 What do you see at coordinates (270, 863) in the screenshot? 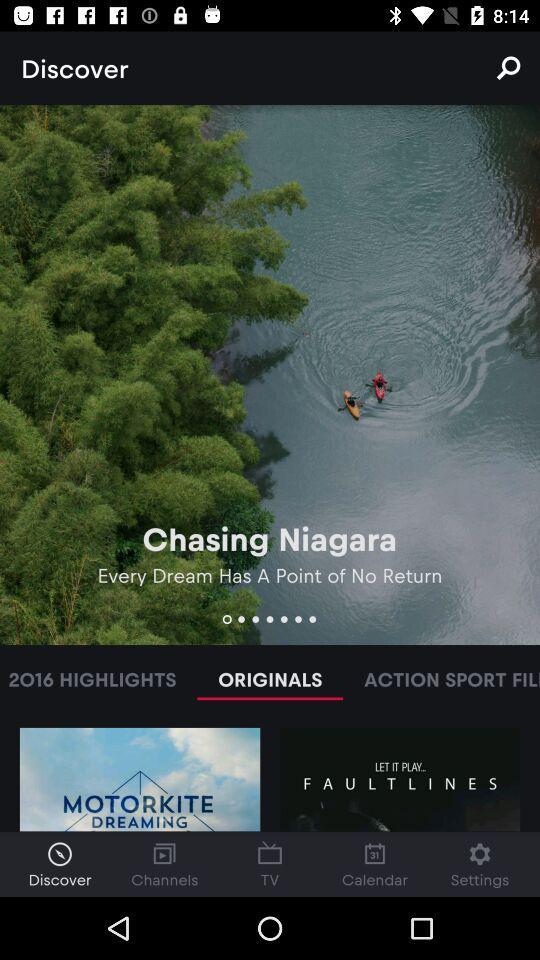
I see `the date_range icon` at bounding box center [270, 863].